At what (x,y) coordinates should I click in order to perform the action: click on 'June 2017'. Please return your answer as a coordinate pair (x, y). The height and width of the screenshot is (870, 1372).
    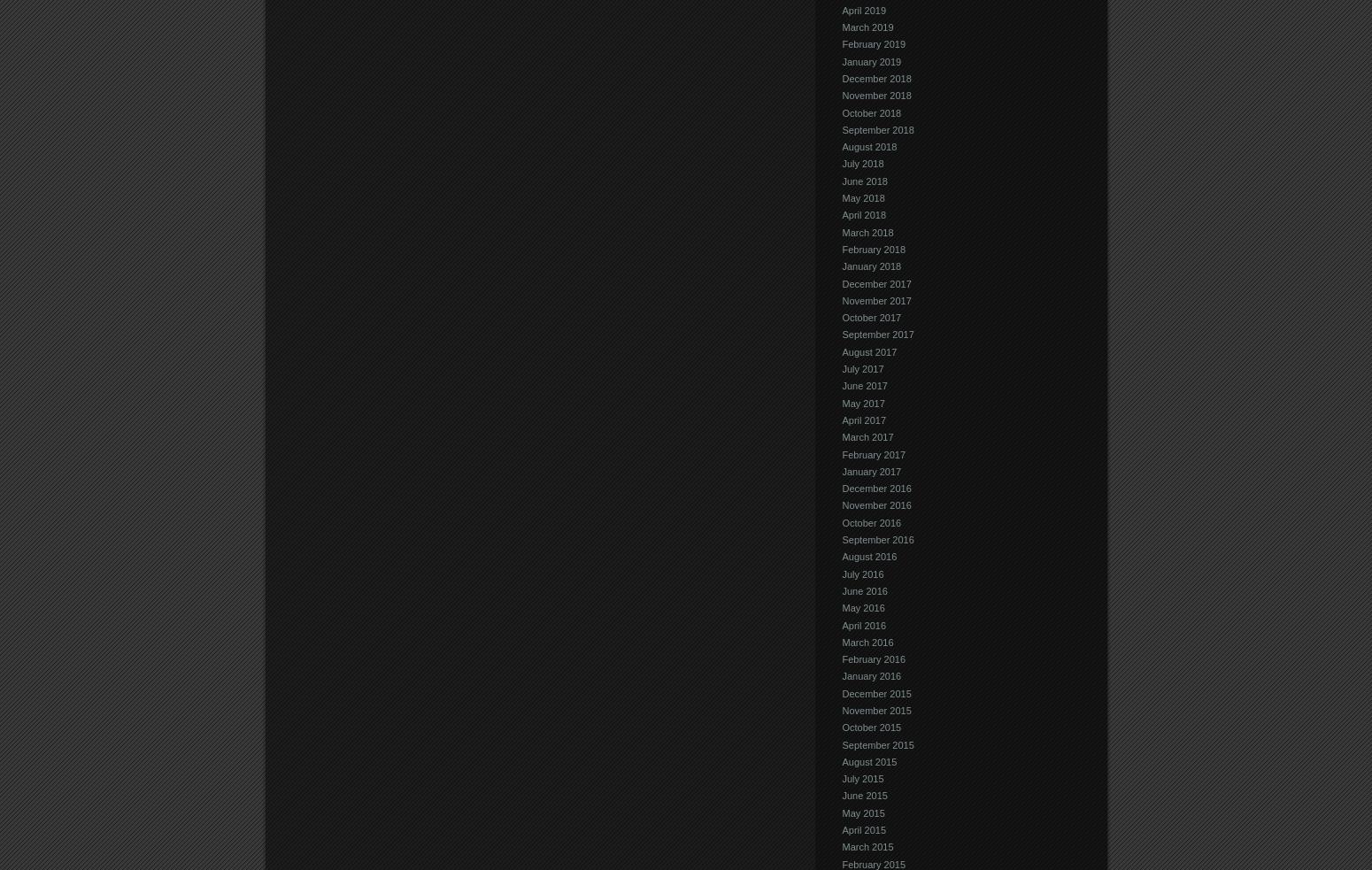
    Looking at the image, I should click on (863, 384).